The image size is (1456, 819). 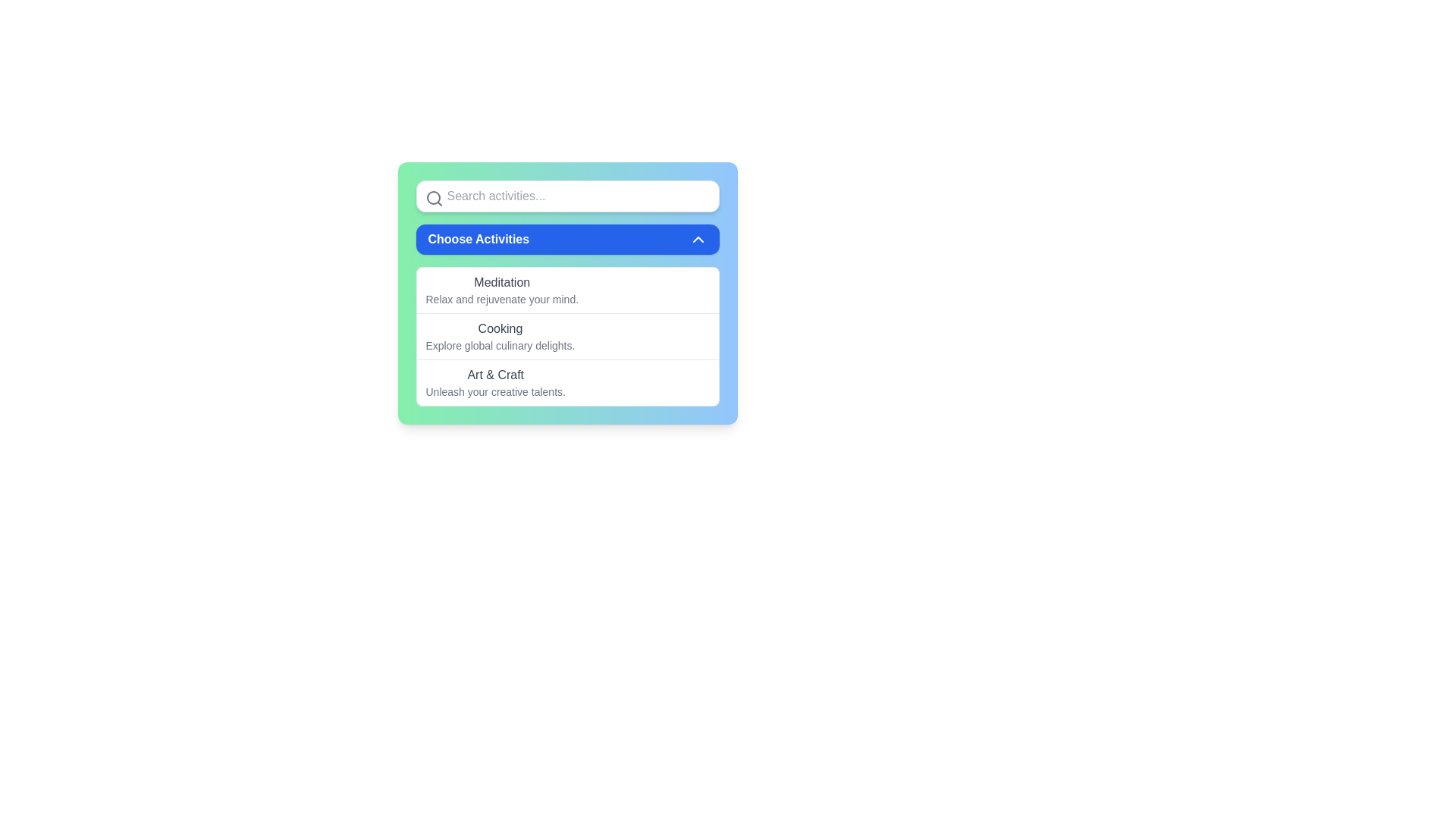 I want to click on static text element that serves as the header for the activity list item labeled 'Art & Craft', positioned below 'Cooking' and 'Meditation', so click(x=495, y=375).